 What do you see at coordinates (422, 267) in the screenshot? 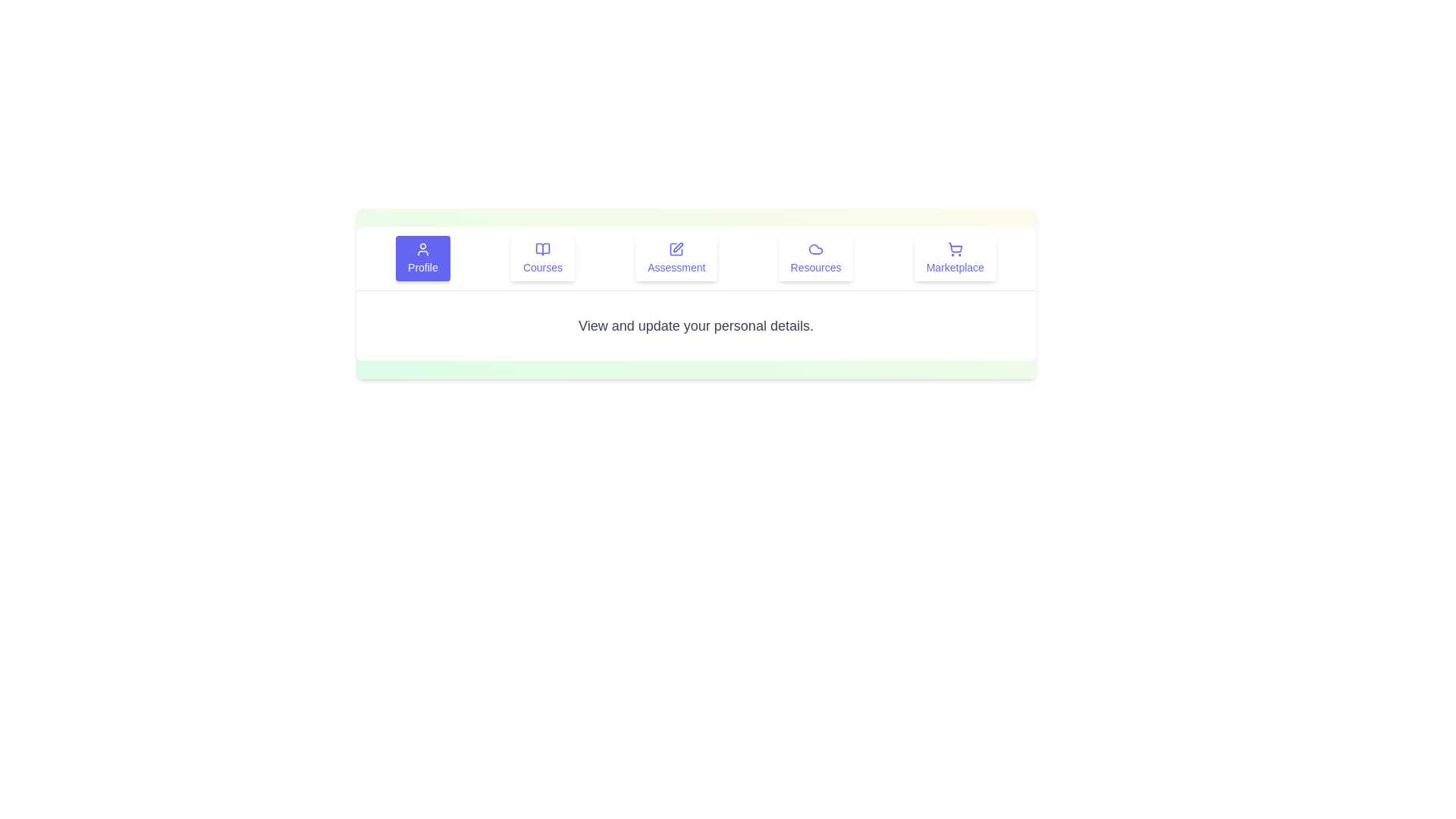
I see `the 'Profile' text label, which is displayed in a small-sized, white-colored font on a rounded indigo button, located centrally in the bottom section of the first button in a horizontal menu bar` at bounding box center [422, 267].